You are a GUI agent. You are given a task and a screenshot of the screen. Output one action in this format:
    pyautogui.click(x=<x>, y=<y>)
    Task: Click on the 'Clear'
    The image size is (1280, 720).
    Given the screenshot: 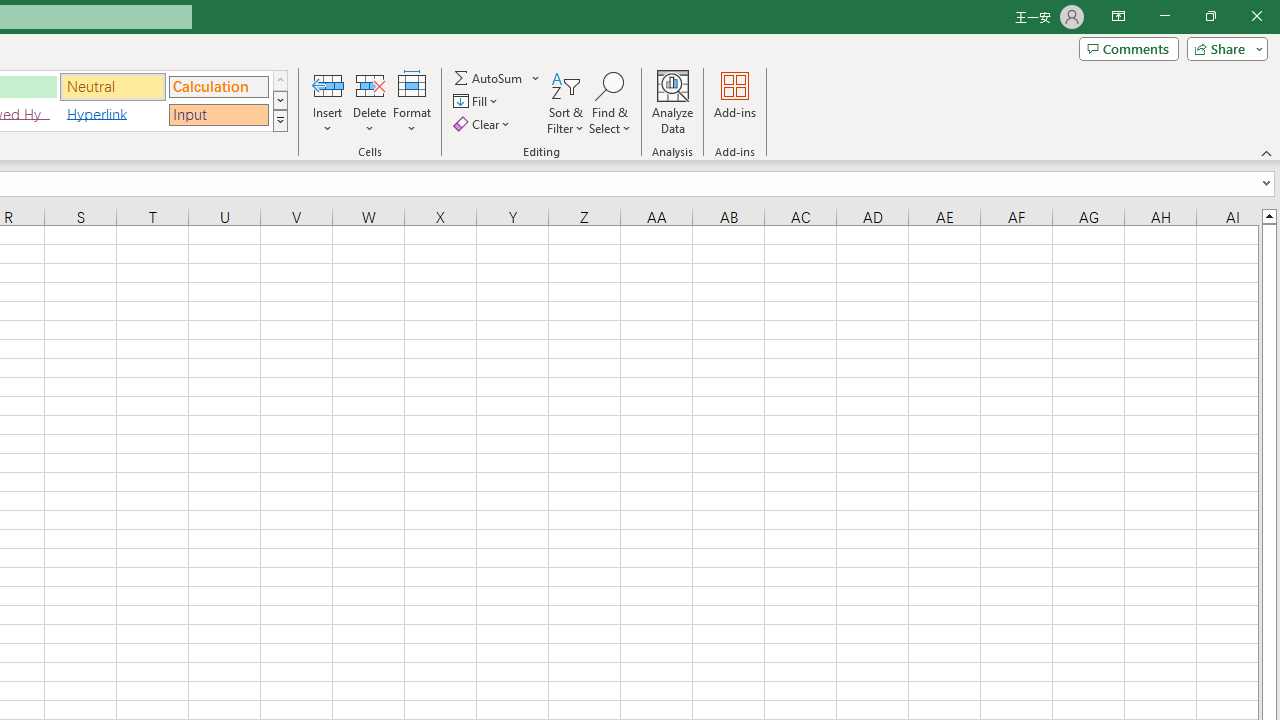 What is the action you would take?
    pyautogui.click(x=483, y=124)
    